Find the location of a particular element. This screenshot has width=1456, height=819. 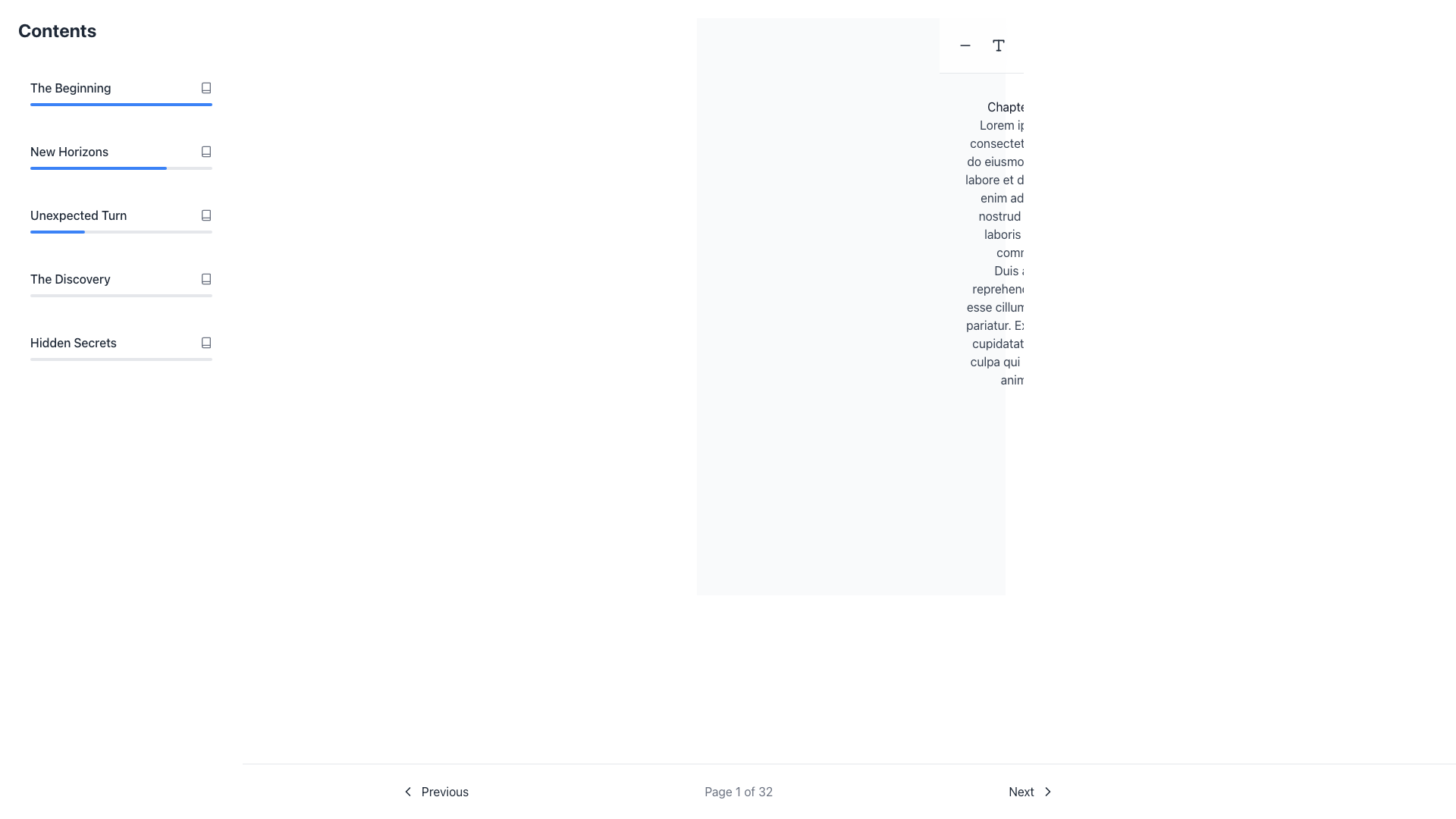

the text label reading 'Unexpected Turn' is located at coordinates (77, 215).